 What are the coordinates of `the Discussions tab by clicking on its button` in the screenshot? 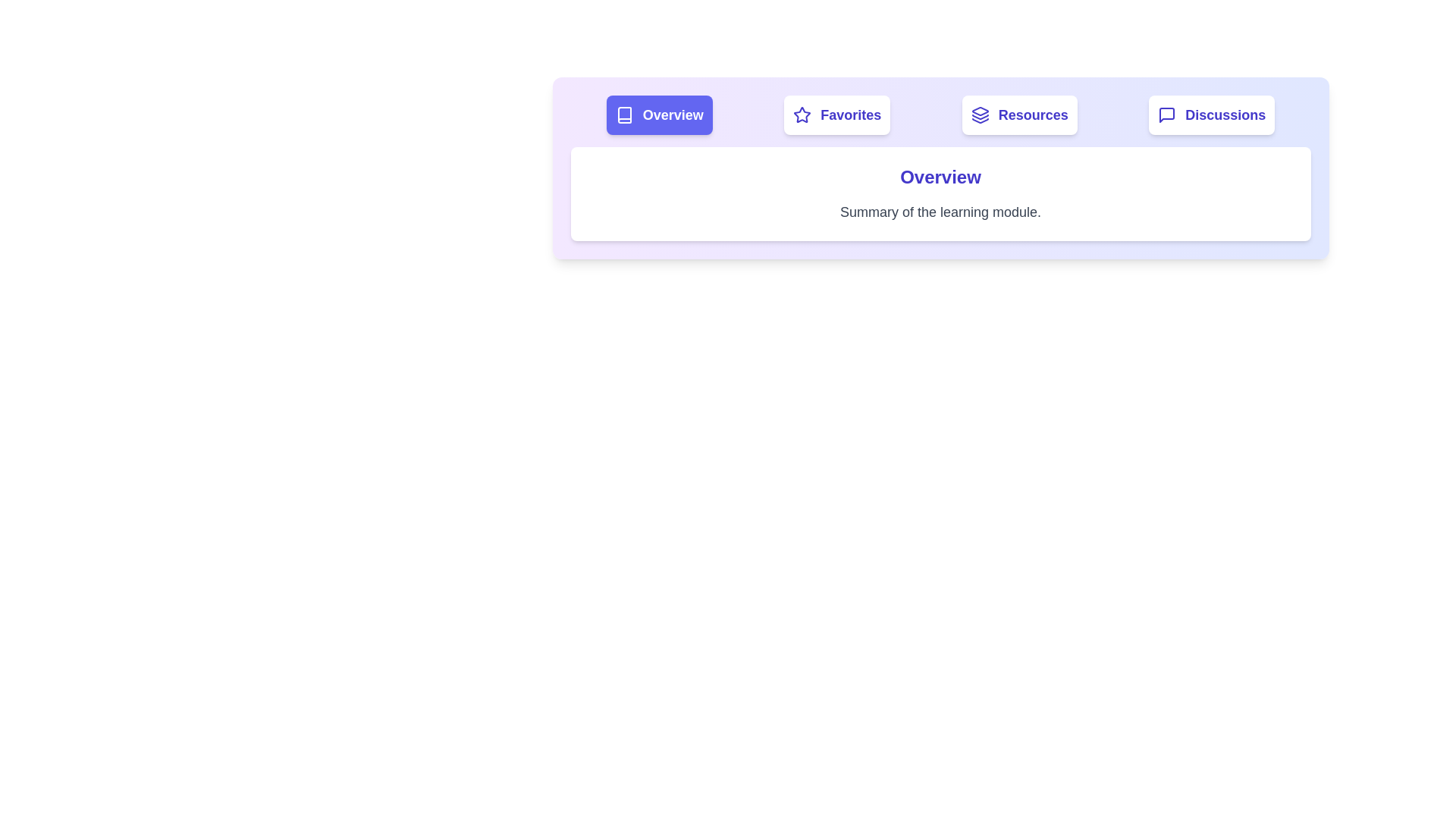 It's located at (1211, 114).